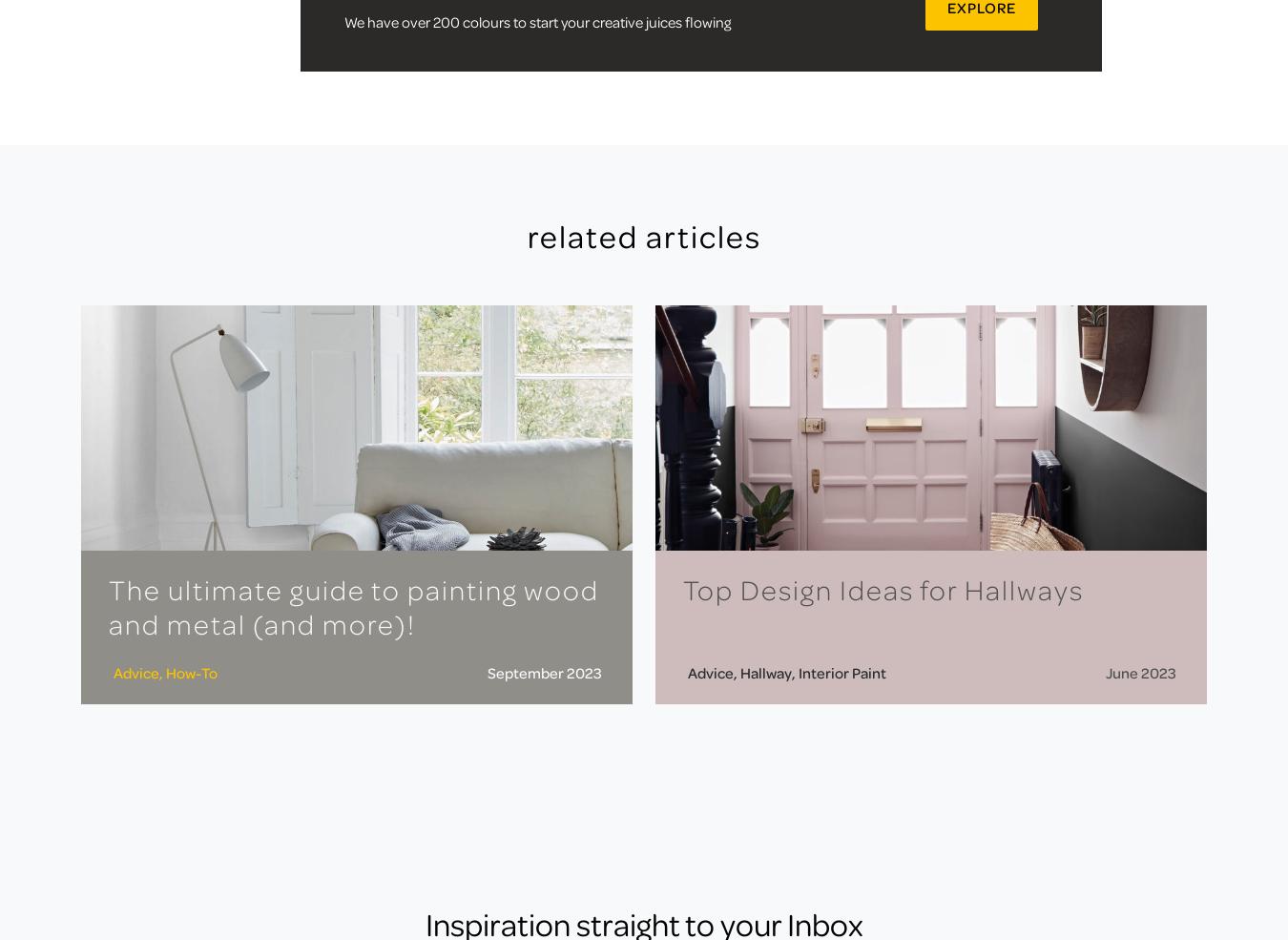 The height and width of the screenshot is (940, 1288). What do you see at coordinates (765, 671) in the screenshot?
I see `'Hallway'` at bounding box center [765, 671].